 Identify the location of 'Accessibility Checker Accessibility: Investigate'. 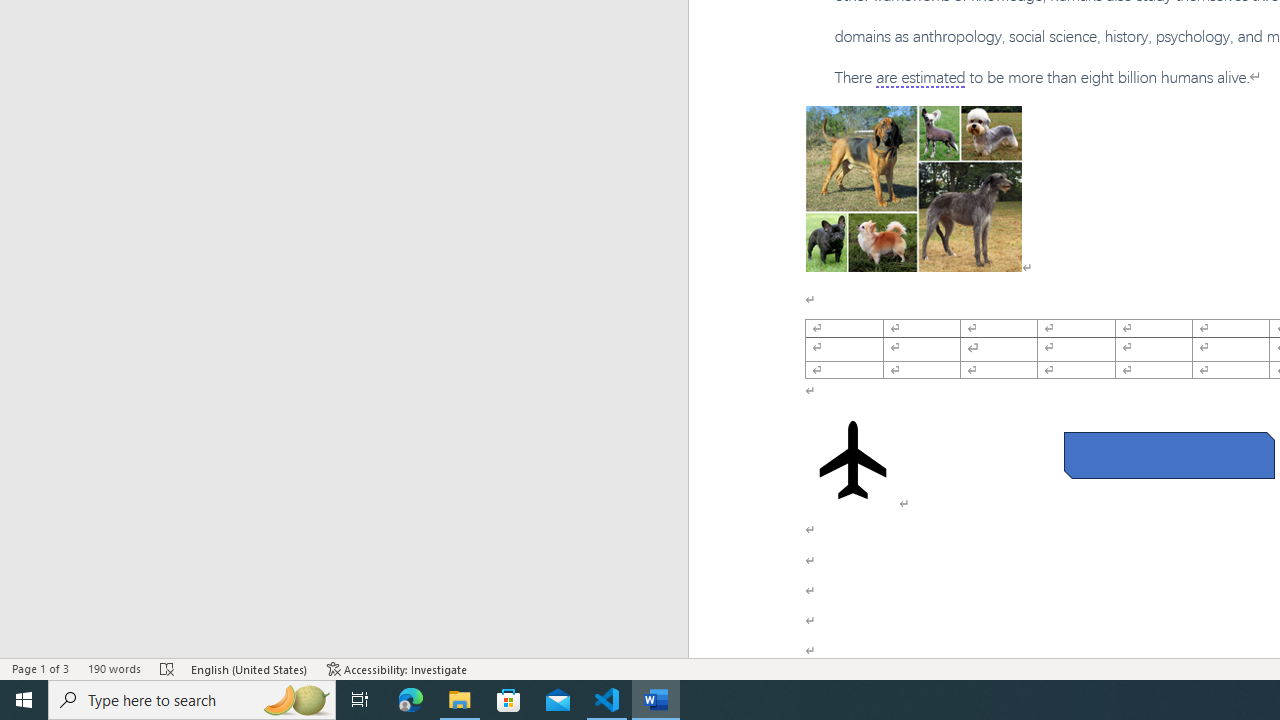
(397, 669).